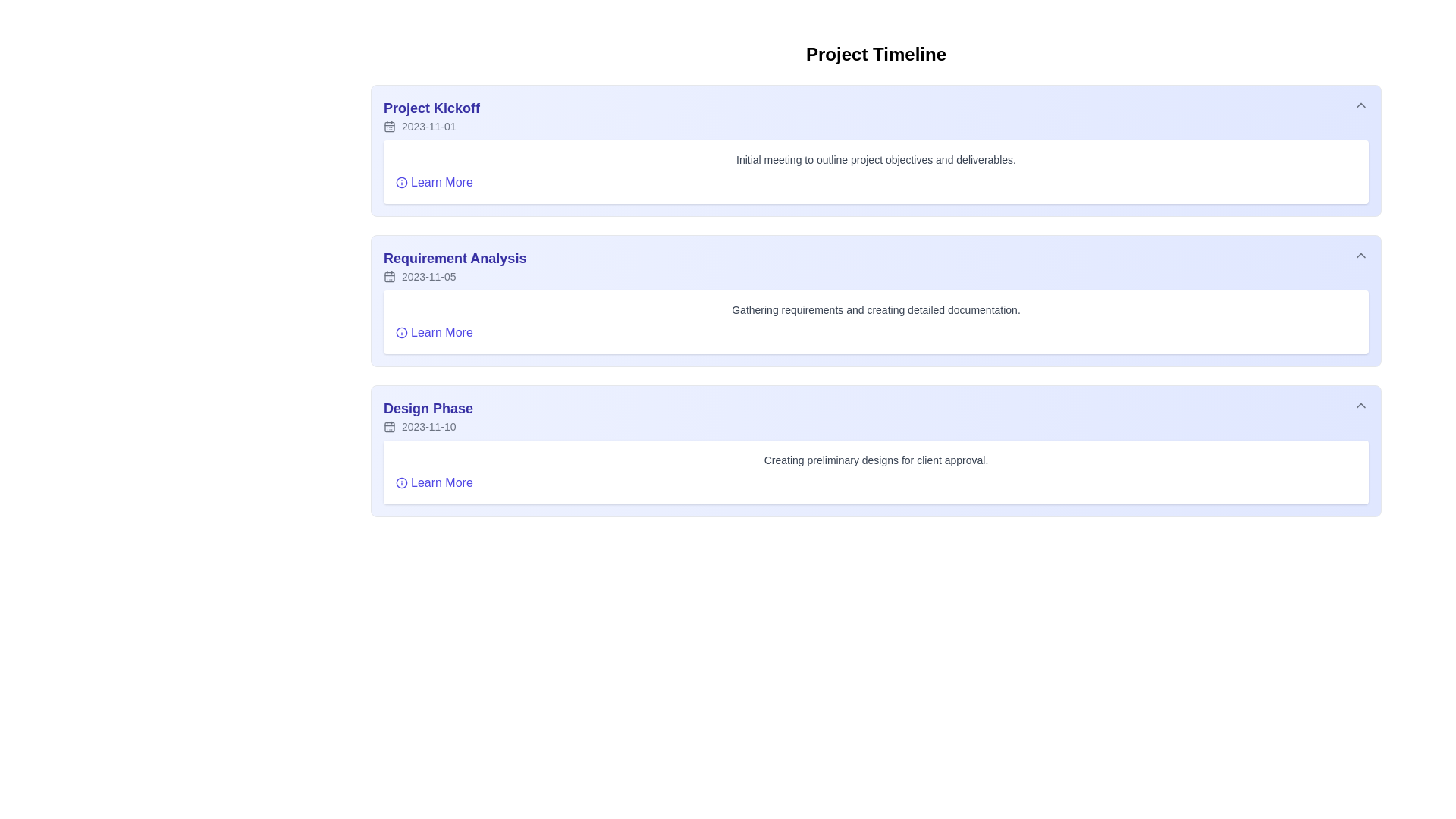 This screenshot has width=1456, height=819. Describe the element at coordinates (876, 160) in the screenshot. I see `the static text label that provides information about the initial project meeting, located in the 'Project Kickoff' card above the 'Learn More' link` at that location.